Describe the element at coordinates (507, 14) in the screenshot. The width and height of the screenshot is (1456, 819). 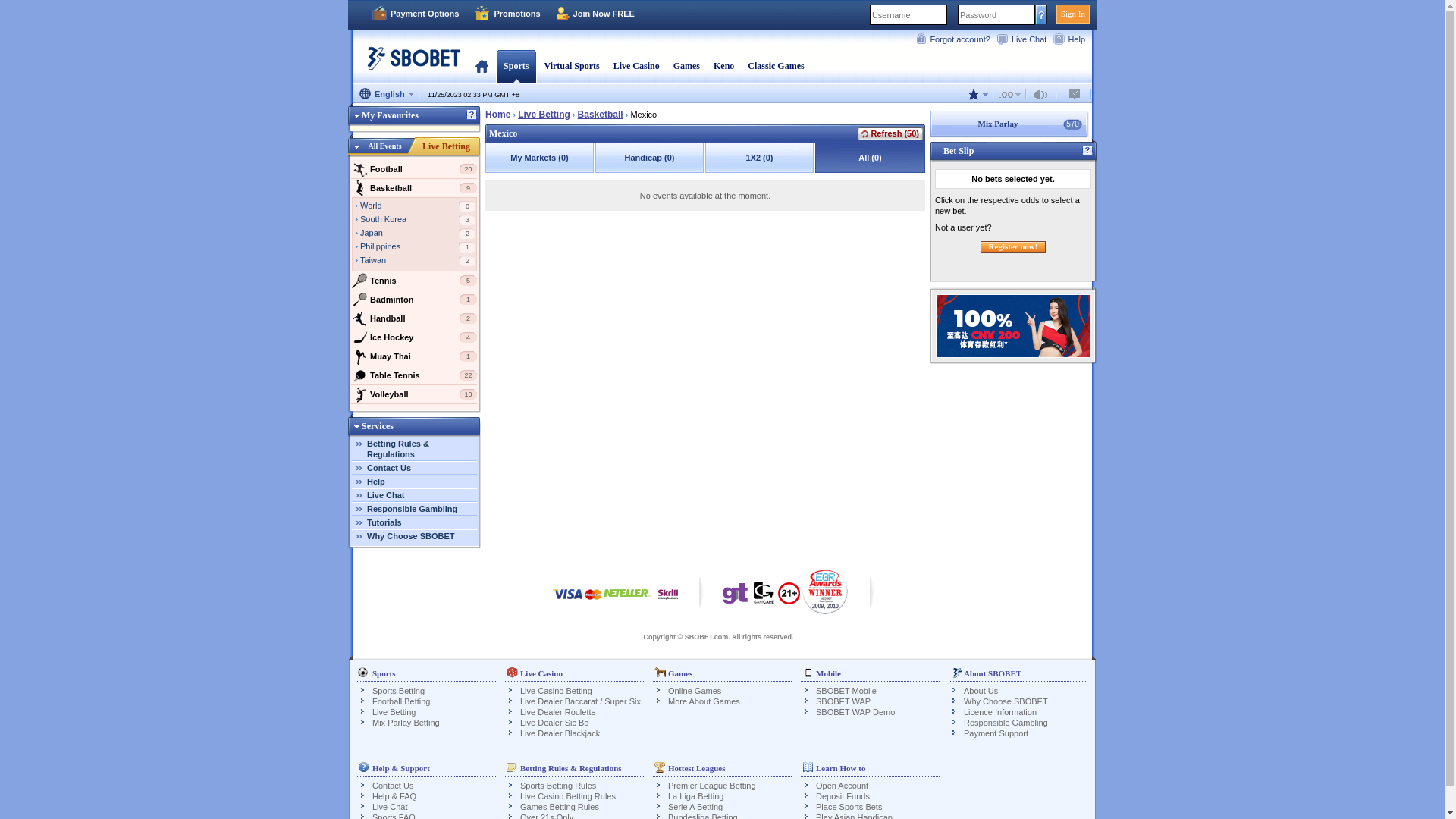
I see `'Promotions'` at that location.